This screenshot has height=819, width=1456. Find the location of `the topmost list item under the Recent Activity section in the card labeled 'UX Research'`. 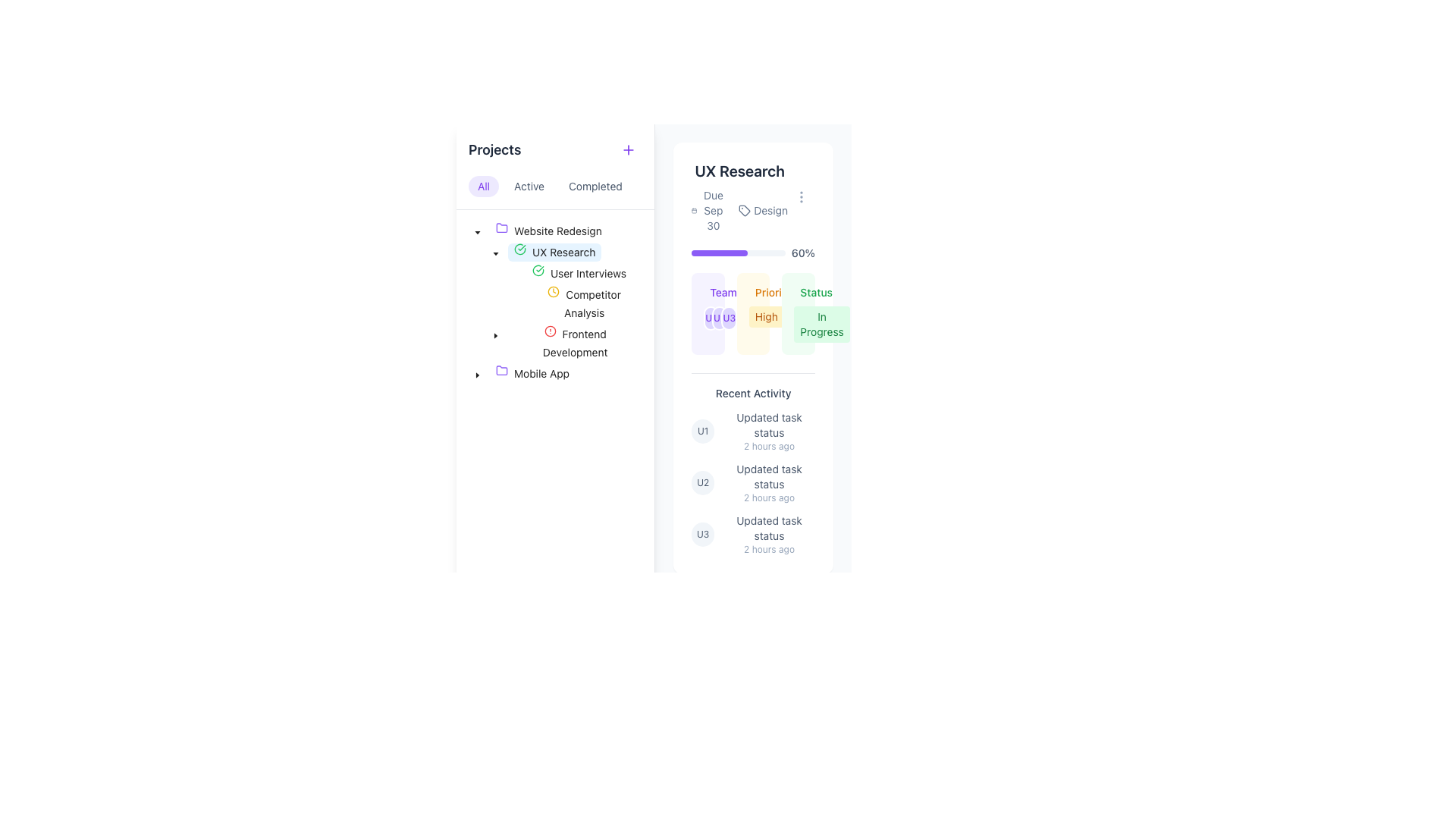

the topmost list item under the Recent Activity section in the card labeled 'UX Research' is located at coordinates (753, 431).